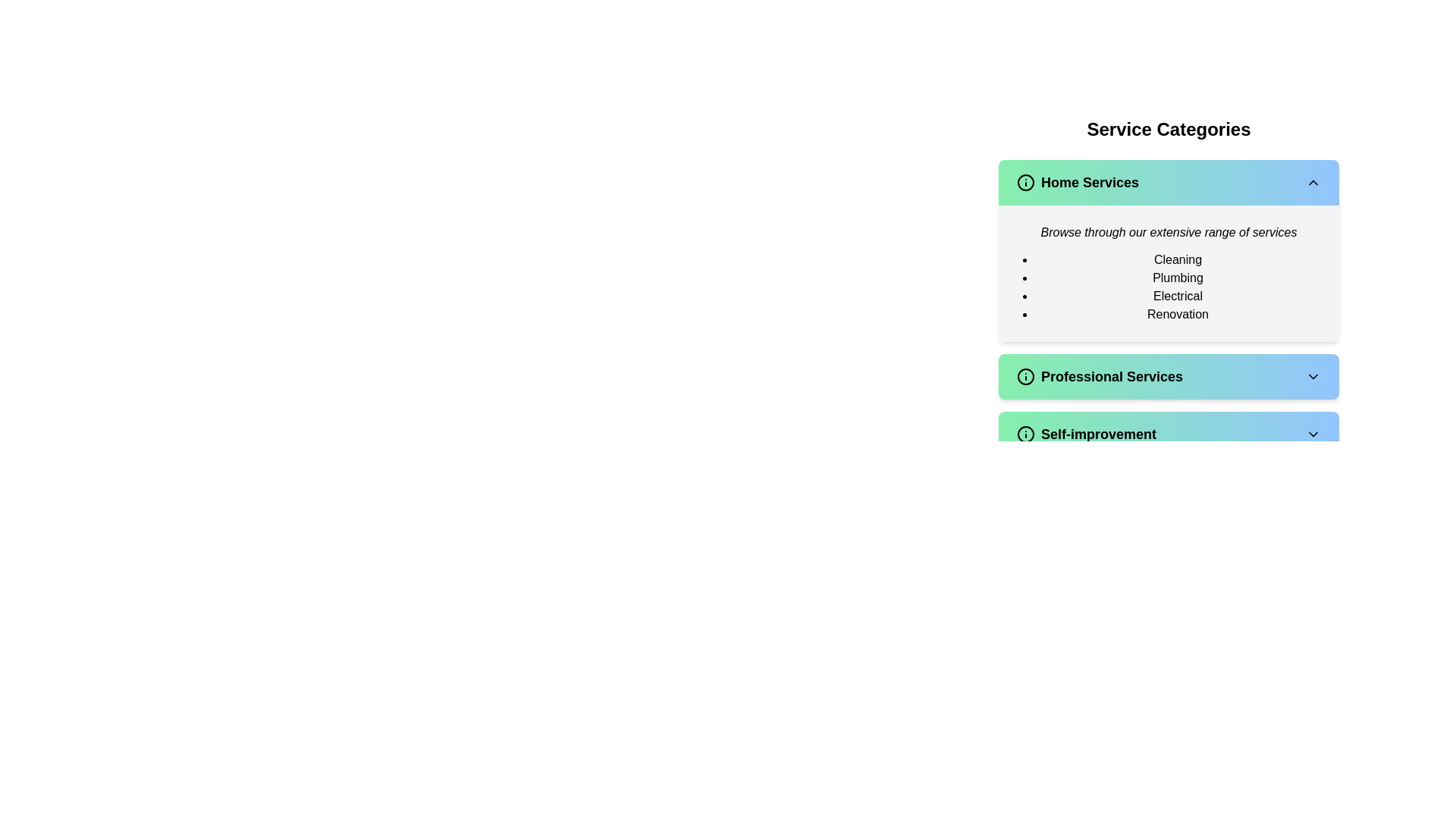  I want to click on the text label representing the electrical services category located as the third item under the 'Home Services' category, so click(1177, 296).